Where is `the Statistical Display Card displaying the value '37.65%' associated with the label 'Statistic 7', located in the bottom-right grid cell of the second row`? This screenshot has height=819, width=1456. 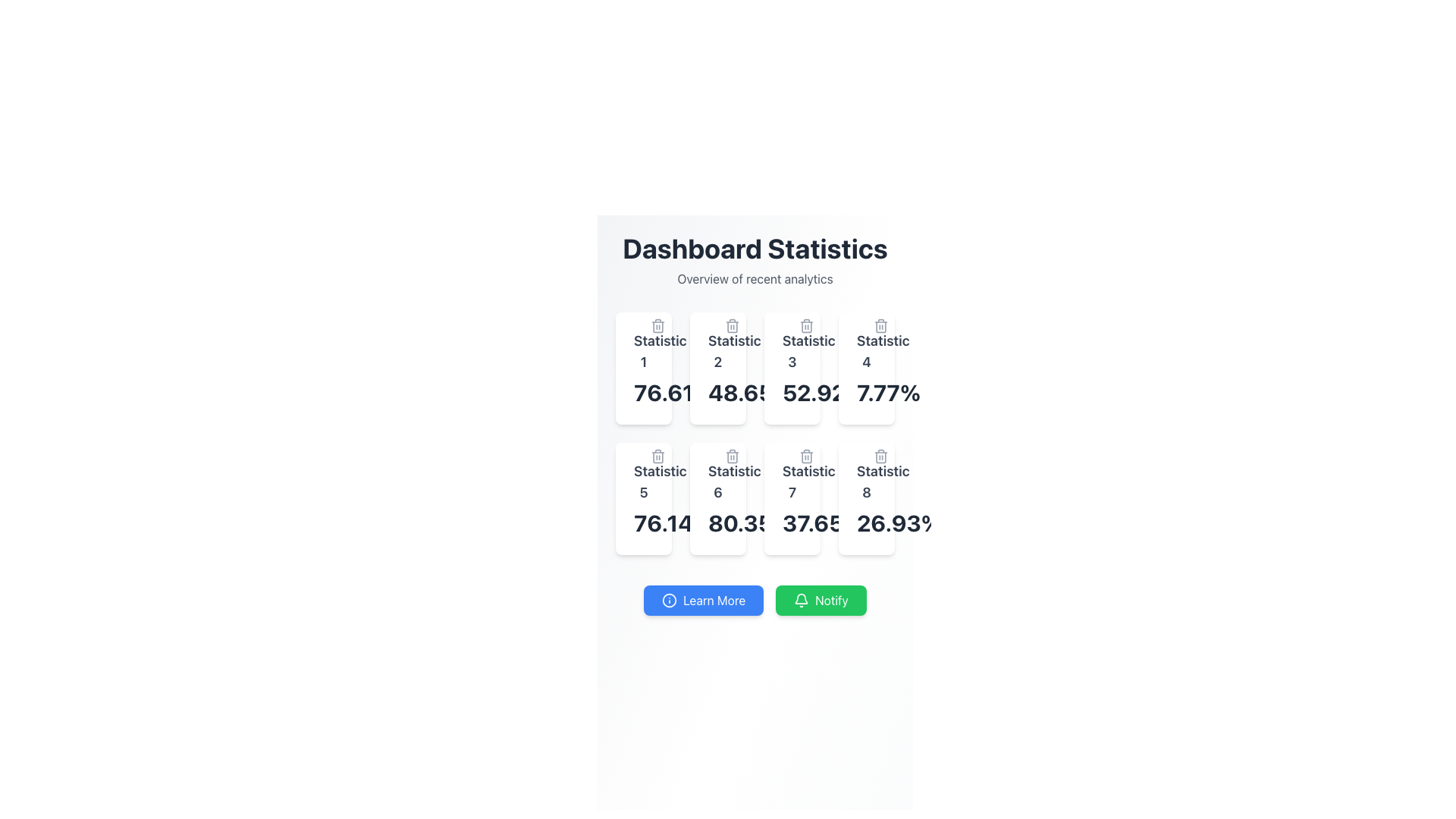
the Statistical Display Card displaying the value '37.65%' associated with the label 'Statistic 7', located in the bottom-right grid cell of the second row is located at coordinates (792, 499).